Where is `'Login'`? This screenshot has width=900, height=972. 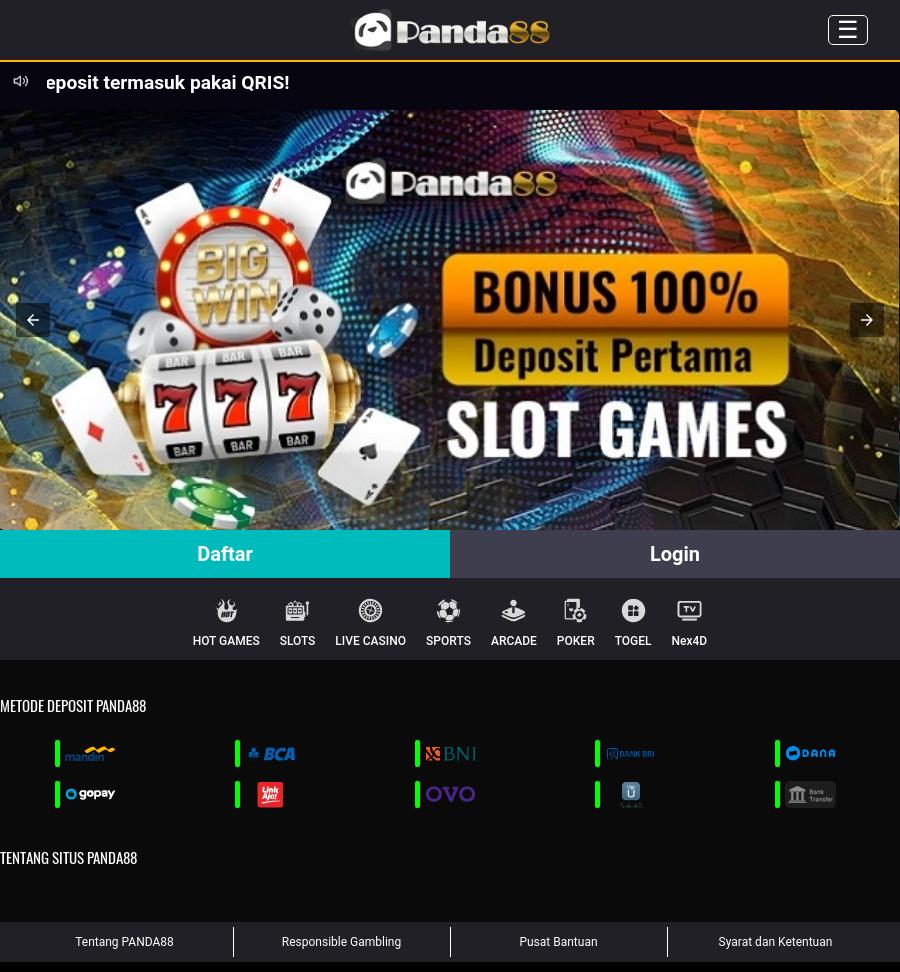
'Login' is located at coordinates (674, 553).